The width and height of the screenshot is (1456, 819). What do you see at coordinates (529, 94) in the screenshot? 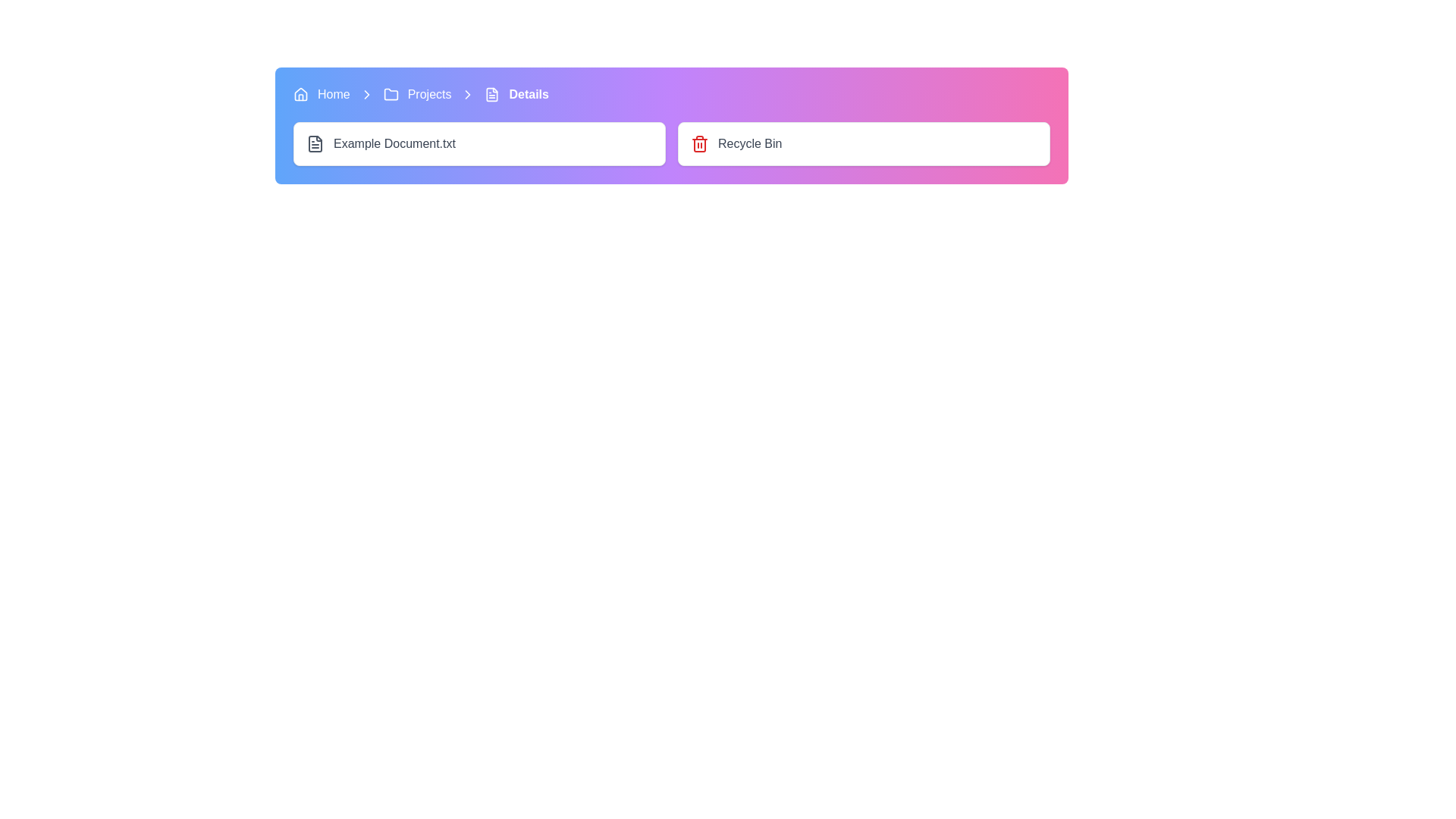
I see `the 'Details' text label in the breadcrumb navigation section, which is bold and white, positioned after the 'Projects' label and a right-facing chevron icon` at bounding box center [529, 94].